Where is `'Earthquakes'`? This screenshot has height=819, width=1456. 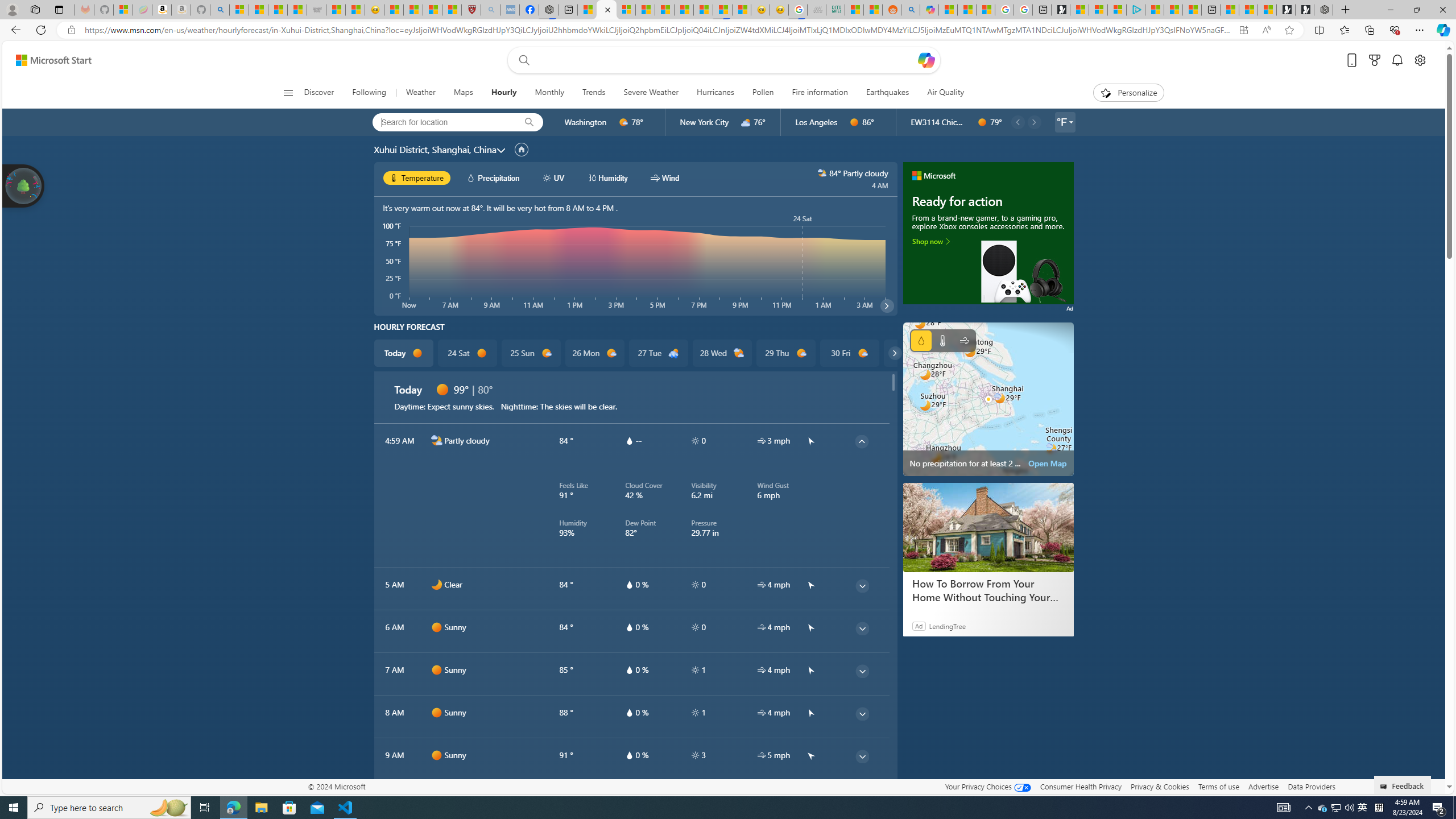
'Earthquakes' is located at coordinates (887, 92).